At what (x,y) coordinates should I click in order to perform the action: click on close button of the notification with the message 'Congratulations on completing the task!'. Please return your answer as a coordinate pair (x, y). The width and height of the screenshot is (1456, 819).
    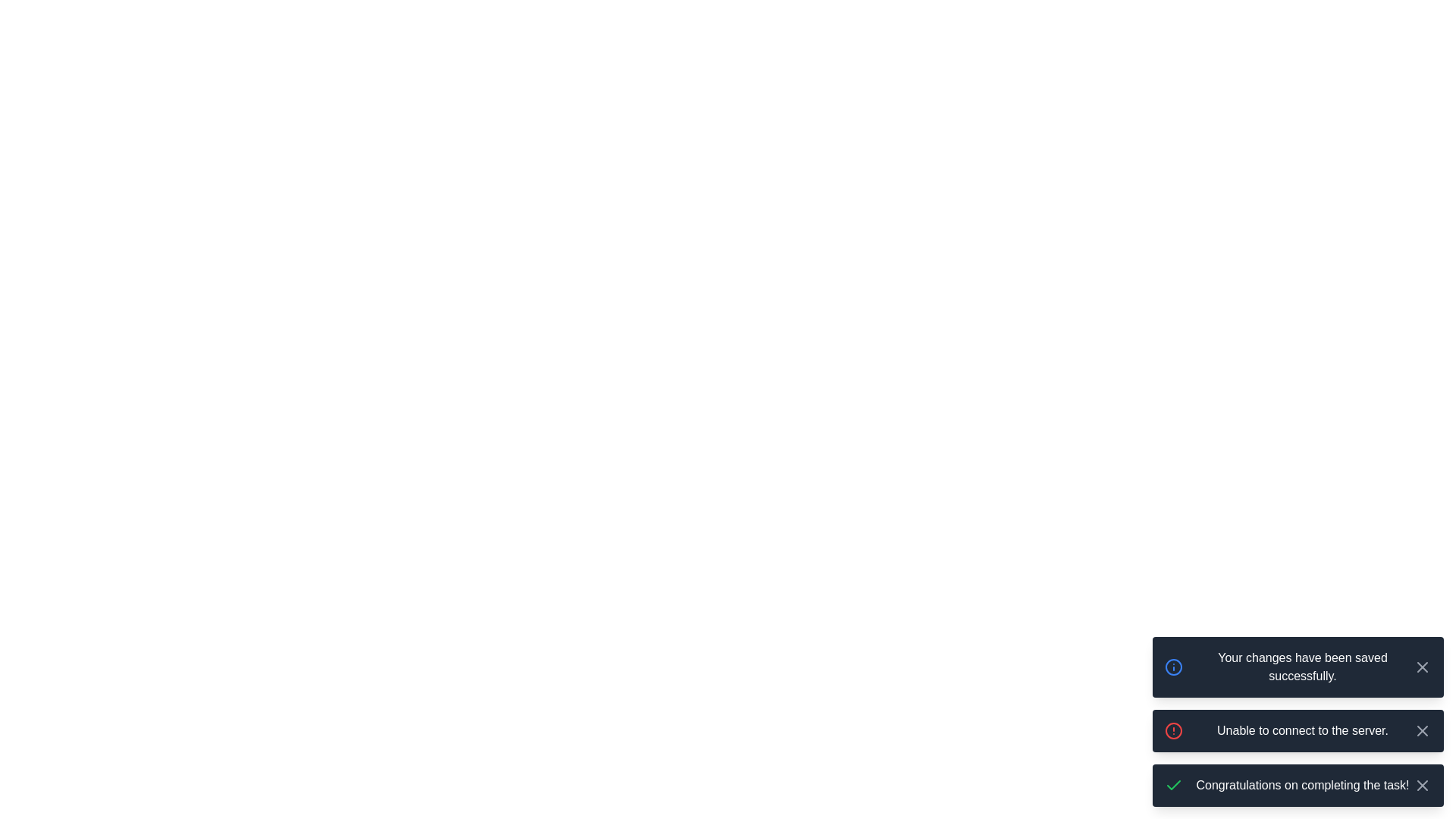
    Looking at the image, I should click on (1422, 785).